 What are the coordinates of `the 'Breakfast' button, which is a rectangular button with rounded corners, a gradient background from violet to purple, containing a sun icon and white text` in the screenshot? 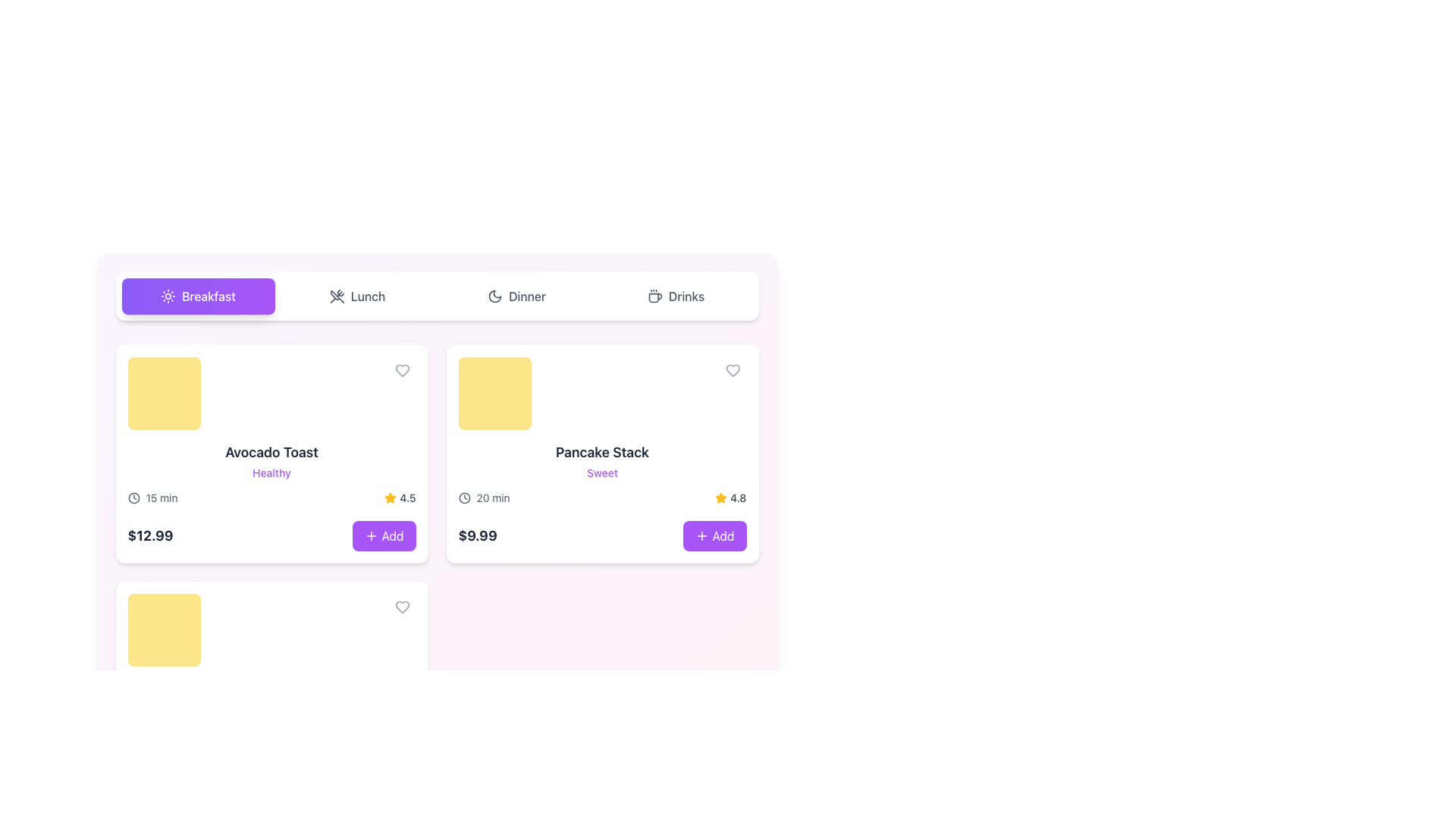 It's located at (197, 296).